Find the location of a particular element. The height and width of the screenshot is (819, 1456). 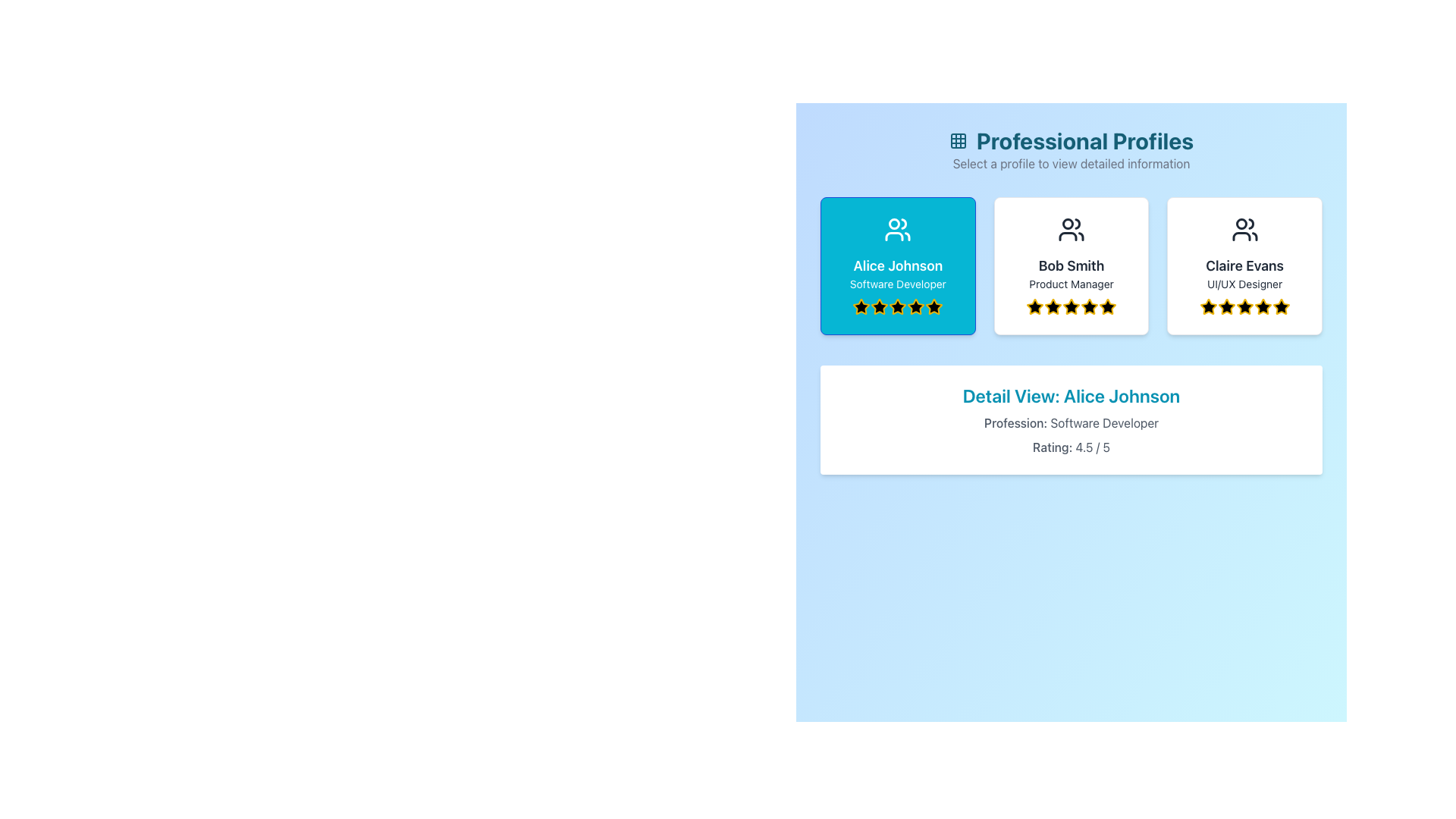

the grid icon located to the left of the 'Professional Profiles' header, which serves as a decorative element for the title is located at coordinates (957, 140).